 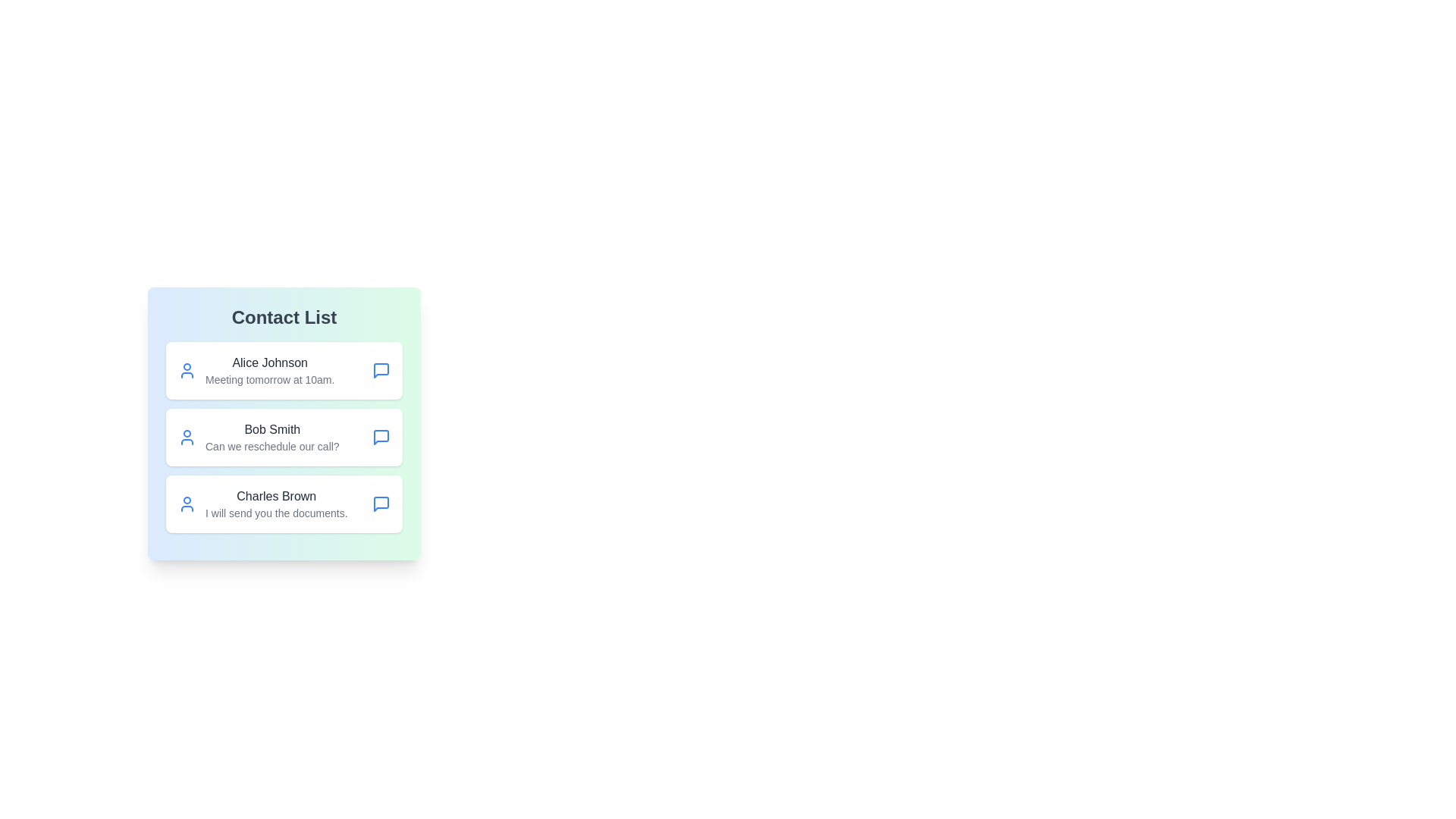 I want to click on the contact Bob Smith to select it, so click(x=284, y=438).